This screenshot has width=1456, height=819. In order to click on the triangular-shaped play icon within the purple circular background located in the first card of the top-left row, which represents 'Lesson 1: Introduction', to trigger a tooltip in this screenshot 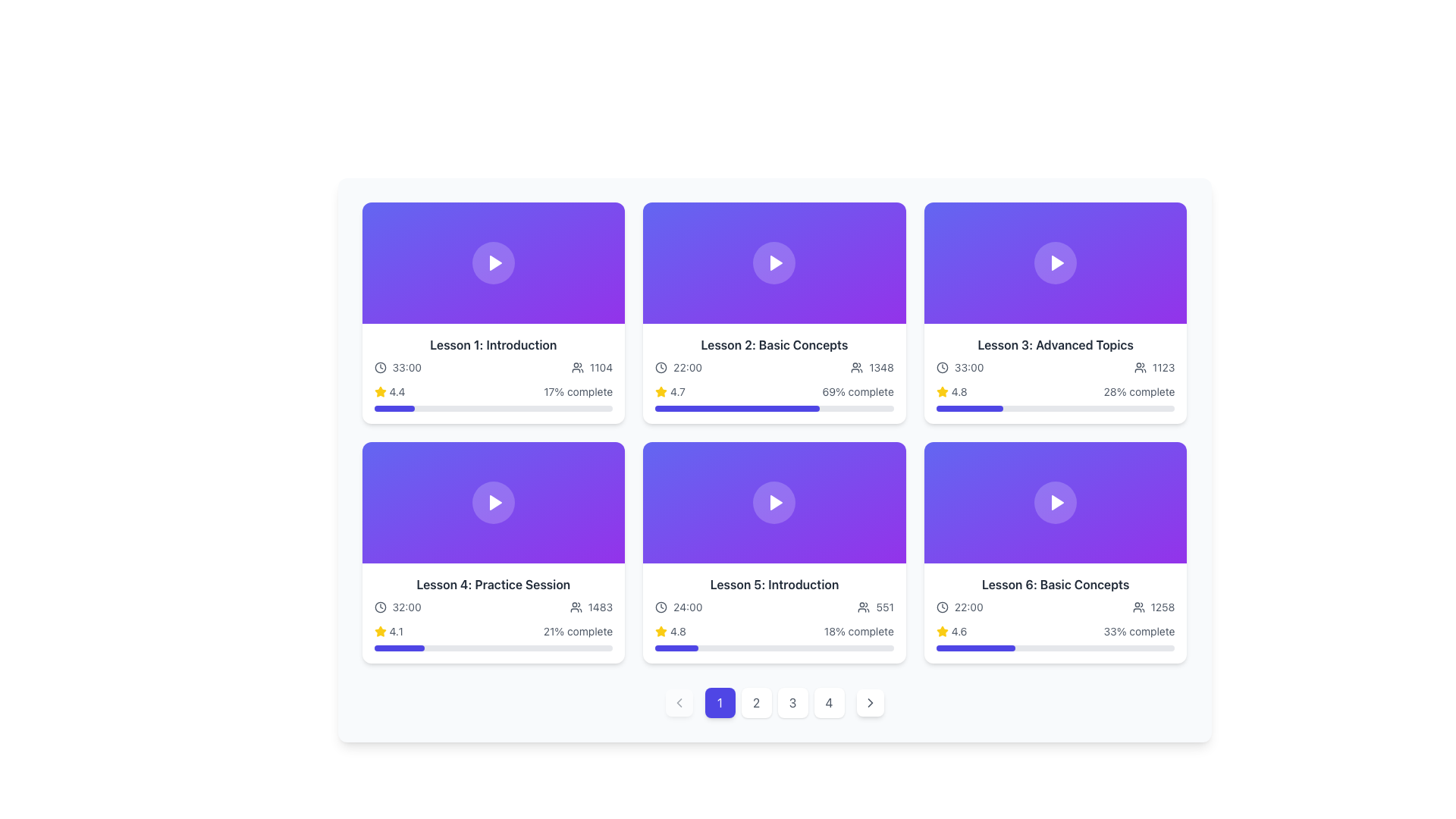, I will do `click(495, 262)`.